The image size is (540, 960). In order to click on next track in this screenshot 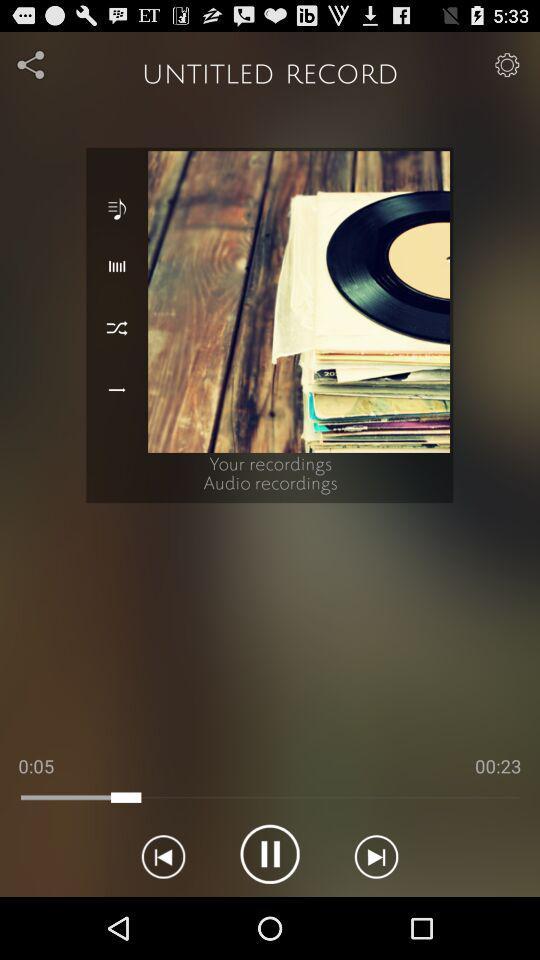, I will do `click(376, 853)`.